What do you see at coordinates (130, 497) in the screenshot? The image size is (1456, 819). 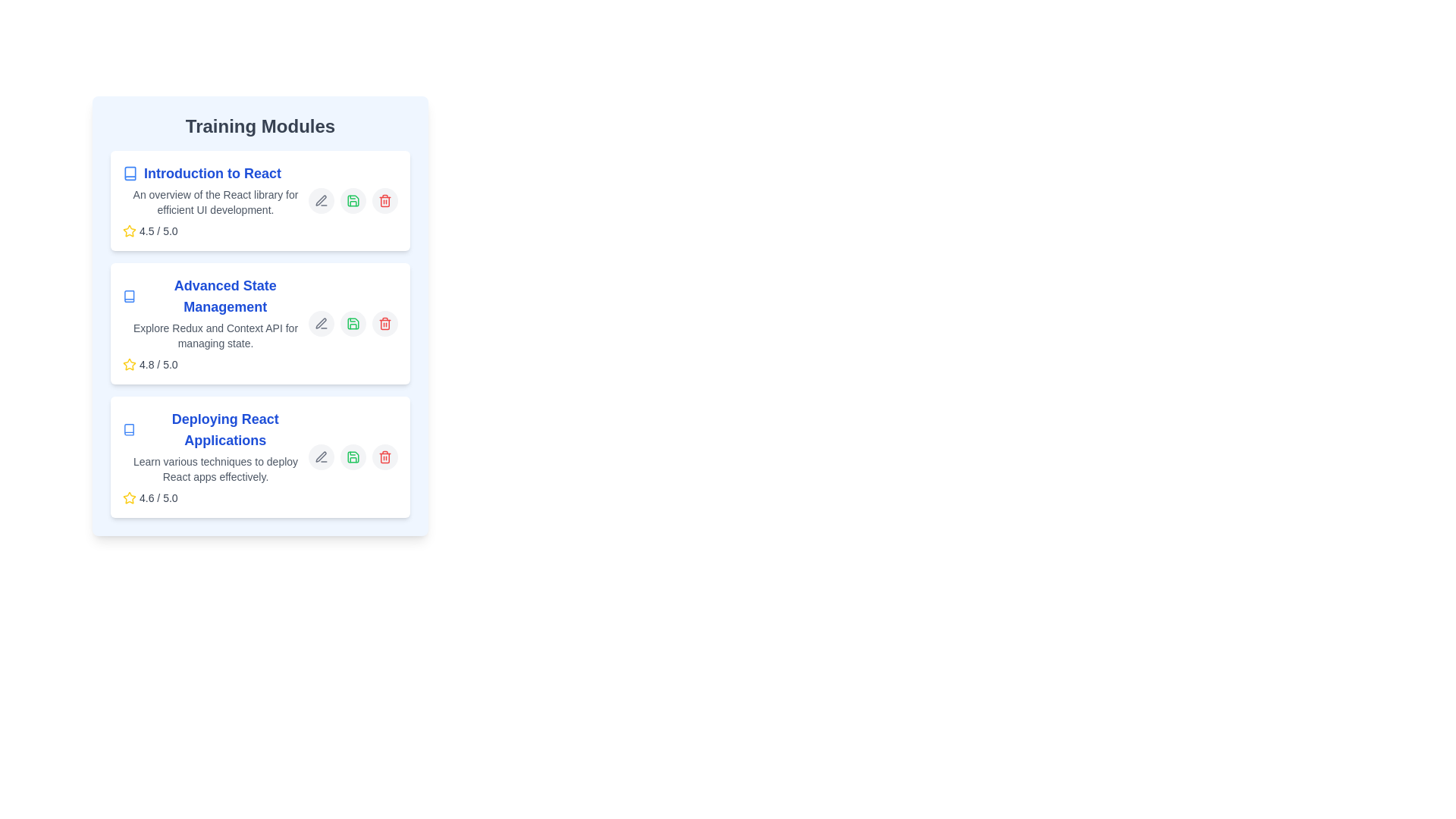 I see `the star icon representing the rating for the training module 'Deploying React Applications' located in the third card under the 'Training Modules' section` at bounding box center [130, 497].